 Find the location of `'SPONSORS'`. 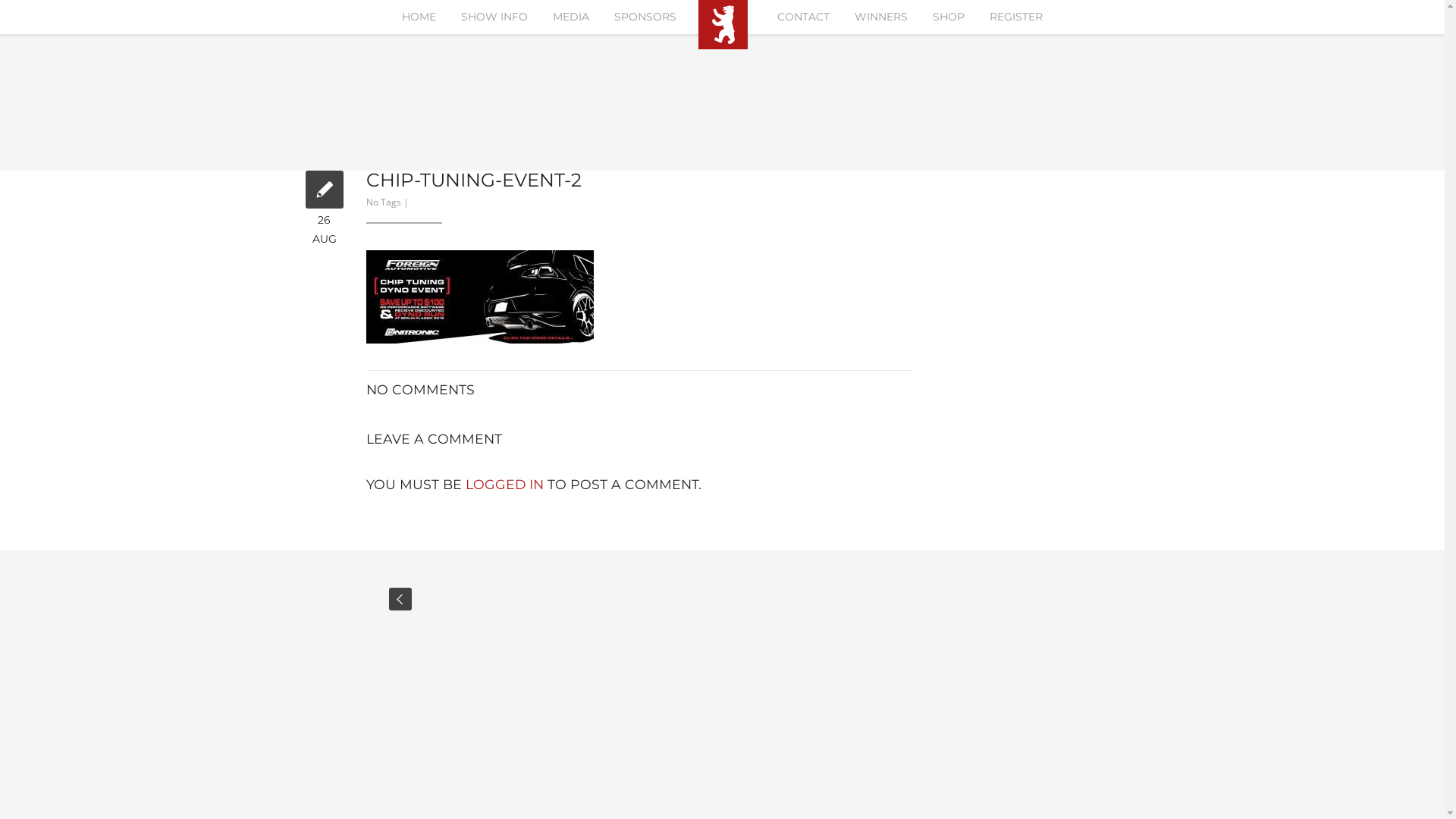

'SPONSORS' is located at coordinates (645, 17).